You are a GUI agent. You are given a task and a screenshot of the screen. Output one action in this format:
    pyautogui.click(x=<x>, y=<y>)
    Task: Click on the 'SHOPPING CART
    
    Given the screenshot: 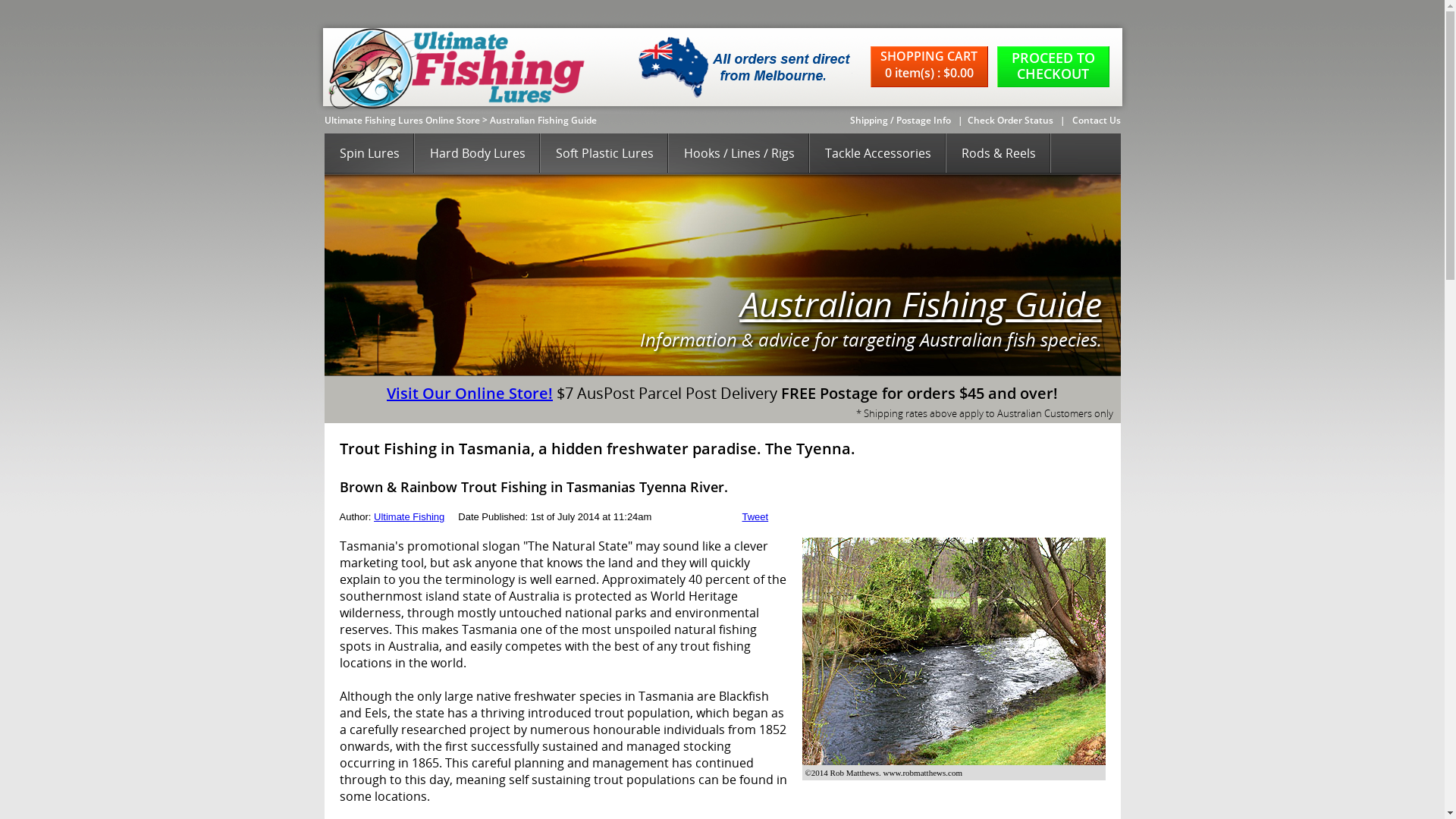 What is the action you would take?
    pyautogui.click(x=933, y=66)
    